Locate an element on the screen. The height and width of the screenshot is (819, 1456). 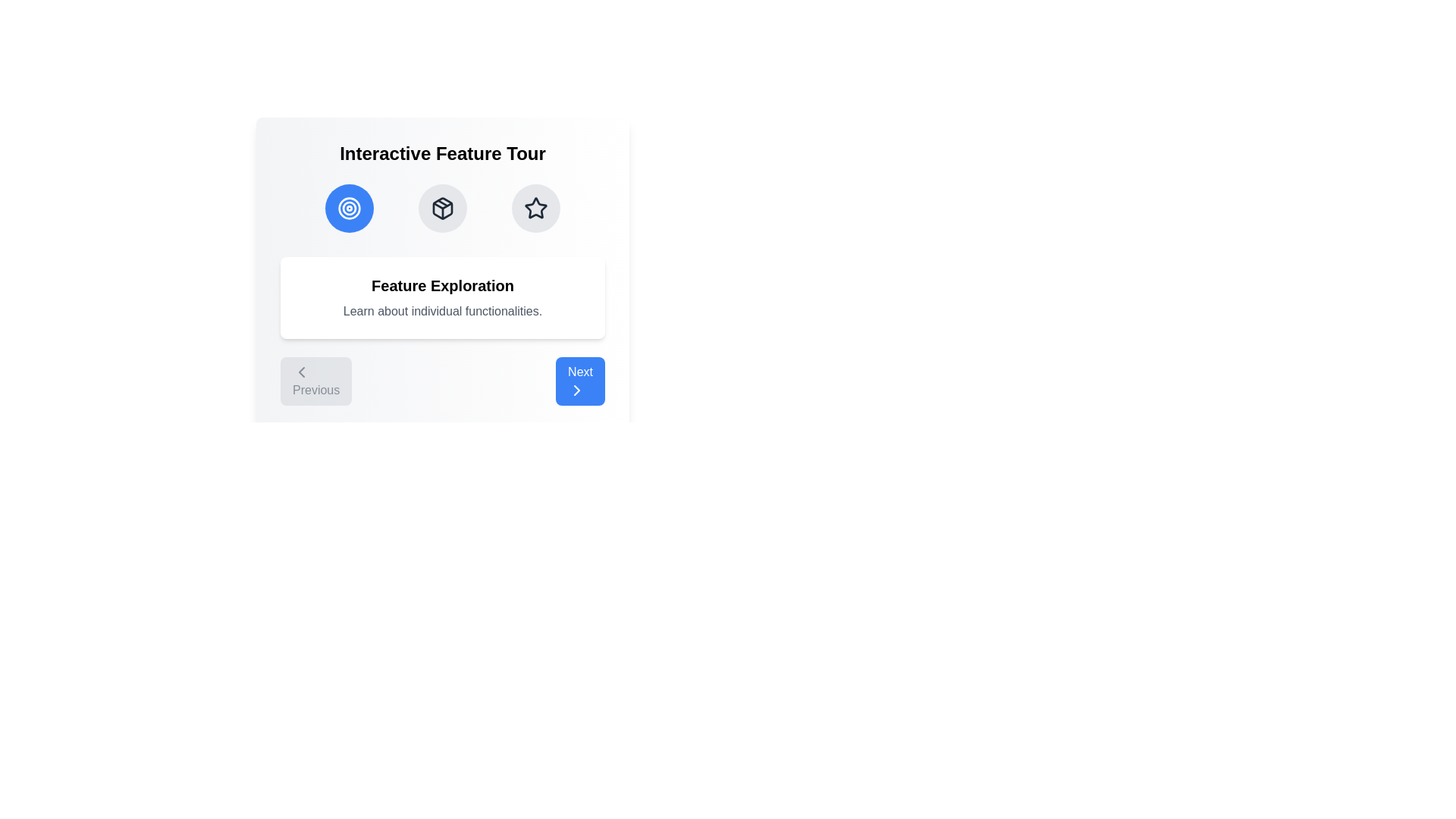
the leftward chevron icon within the 'Previous' button, which indicates a backward navigation action is located at coordinates (302, 372).